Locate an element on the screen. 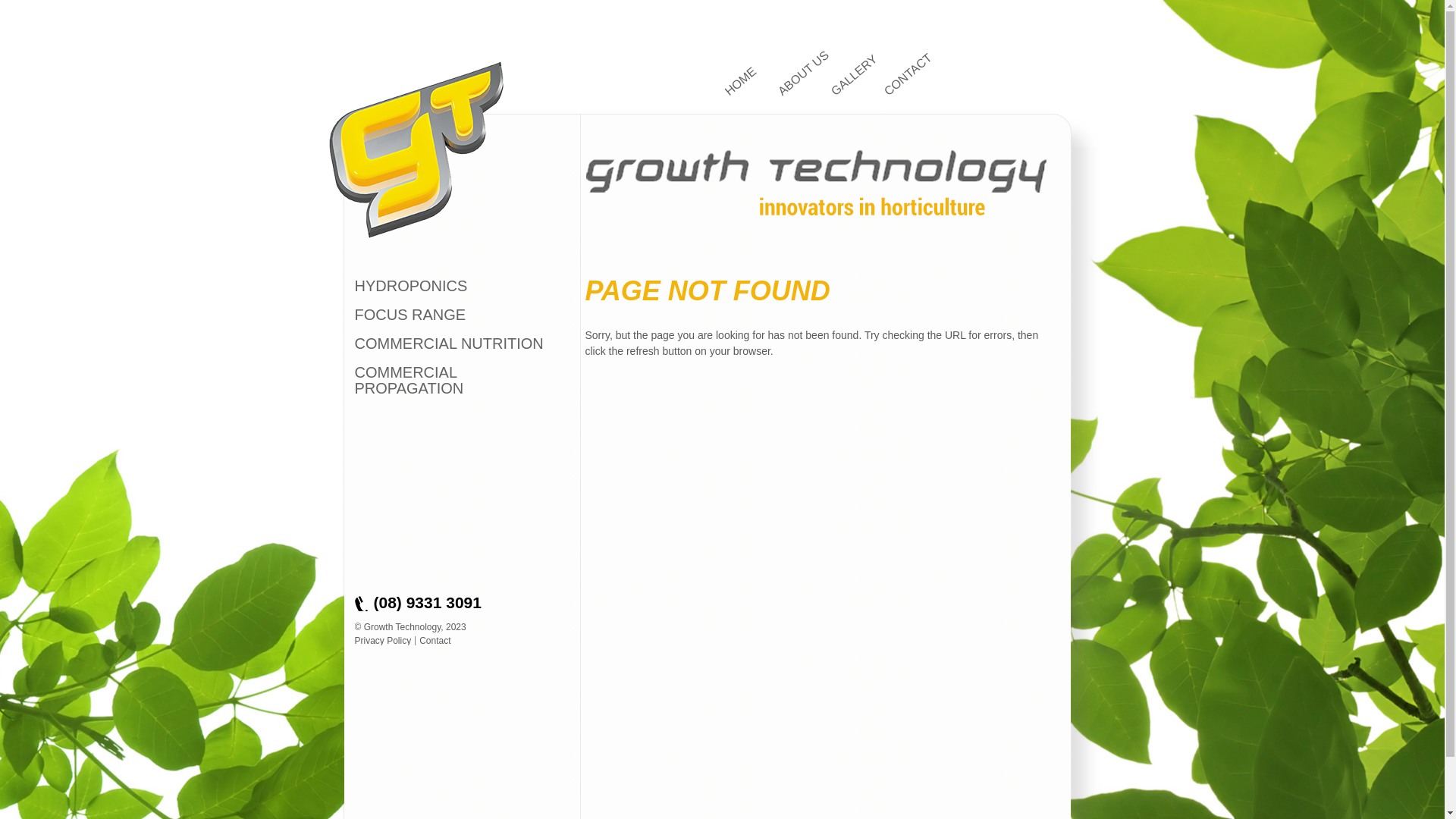 Image resolution: width=1456 pixels, height=819 pixels. 'FOCUS RANGE' is located at coordinates (410, 314).